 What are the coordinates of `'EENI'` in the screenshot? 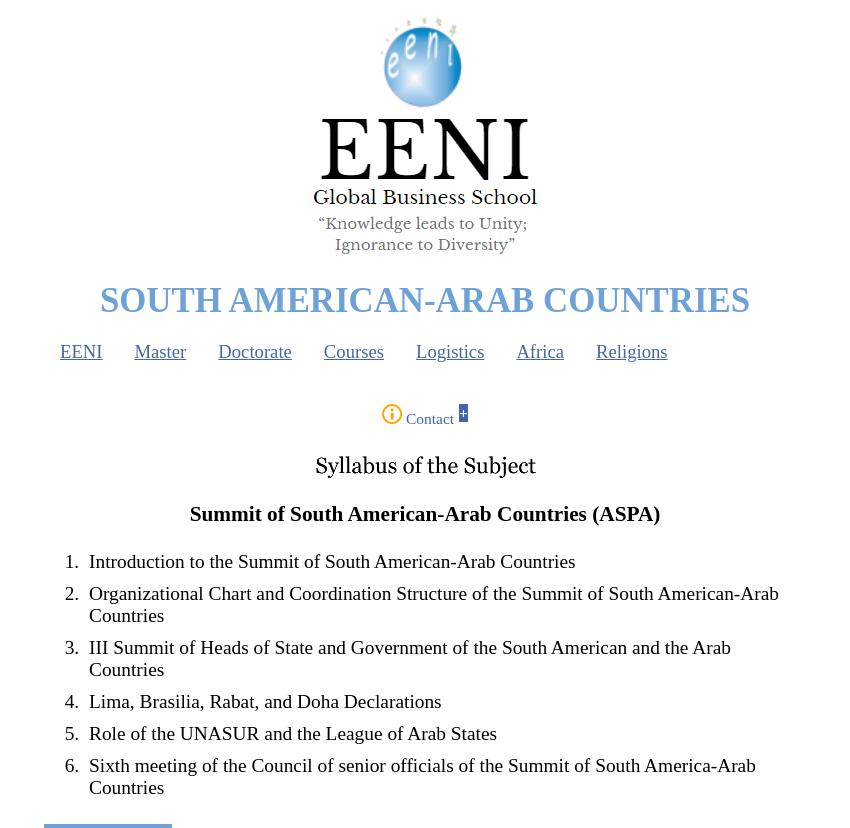 It's located at (60, 351).